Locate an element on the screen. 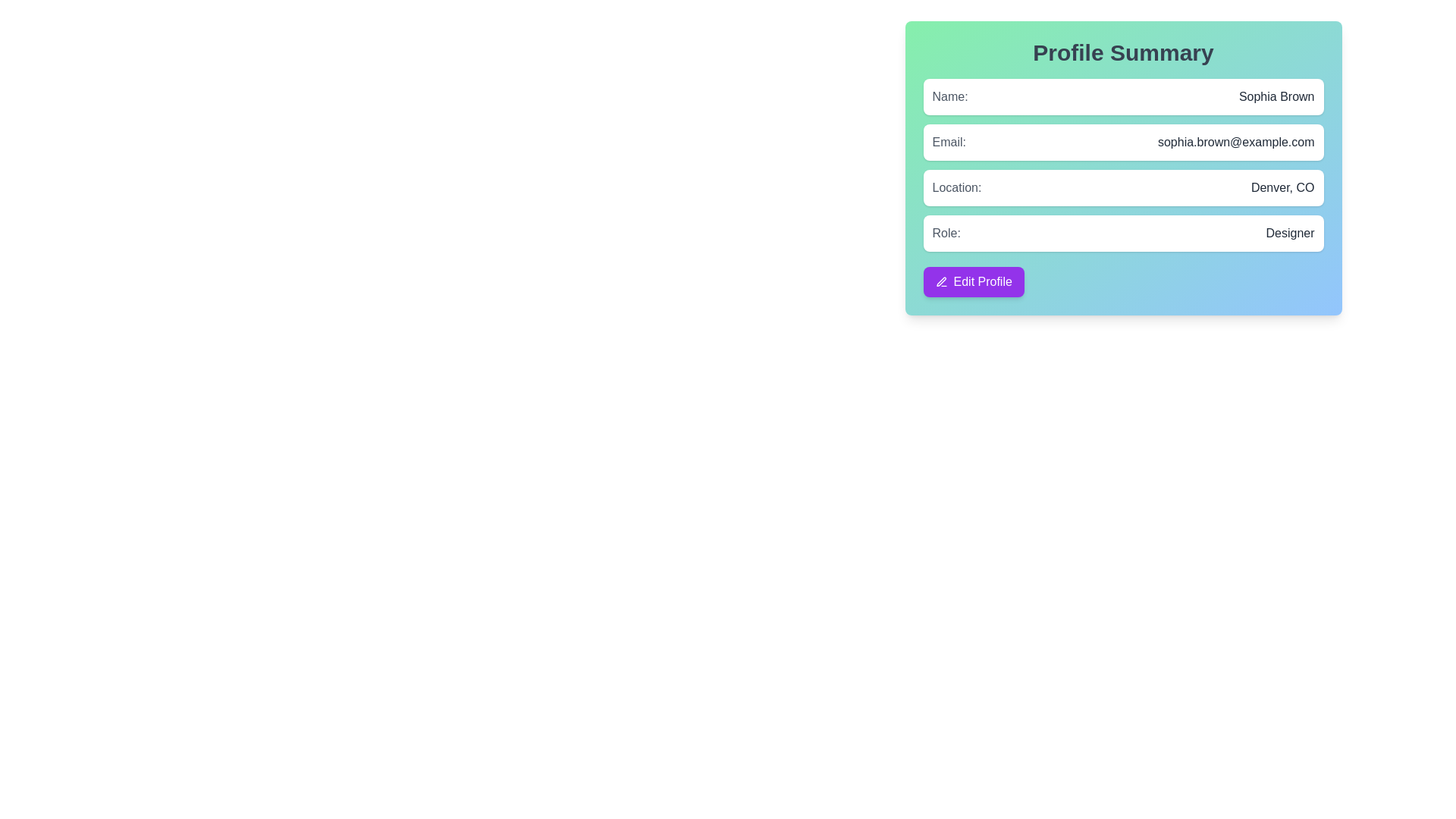 The width and height of the screenshot is (1456, 819). the text label displaying the job title 'Designer', which is located in the bottom section of the 'Profile Summary' box, aligned to the right of the label 'Role:' is located at coordinates (1289, 234).